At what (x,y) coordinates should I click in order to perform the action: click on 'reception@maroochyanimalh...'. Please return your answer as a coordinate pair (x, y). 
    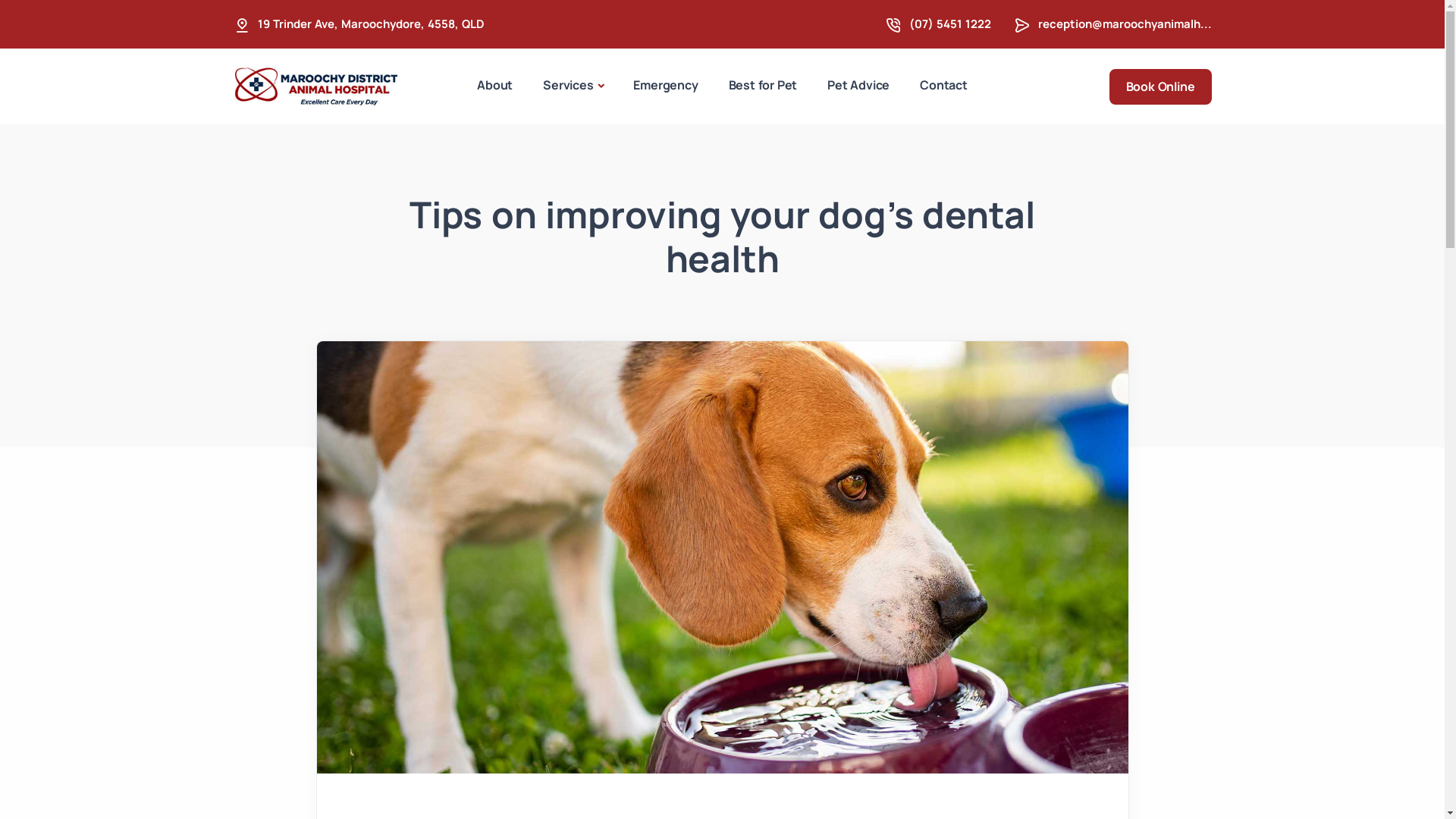
    Looking at the image, I should click on (1124, 24).